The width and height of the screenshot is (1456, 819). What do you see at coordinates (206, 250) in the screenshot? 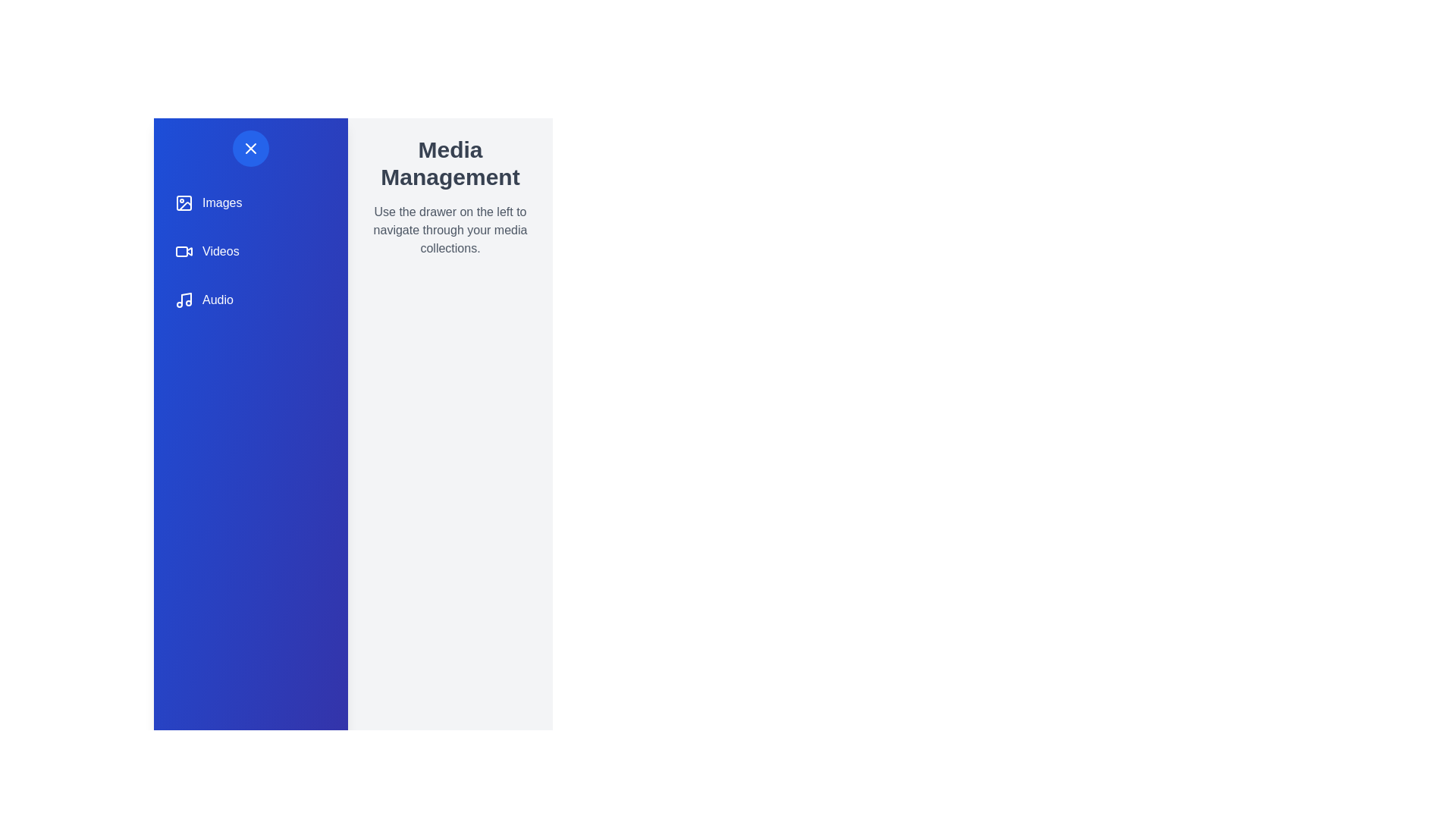
I see `the navigation item labeled 'Videos', which is styled with a rounded background and features a video camera icon on the left` at bounding box center [206, 250].